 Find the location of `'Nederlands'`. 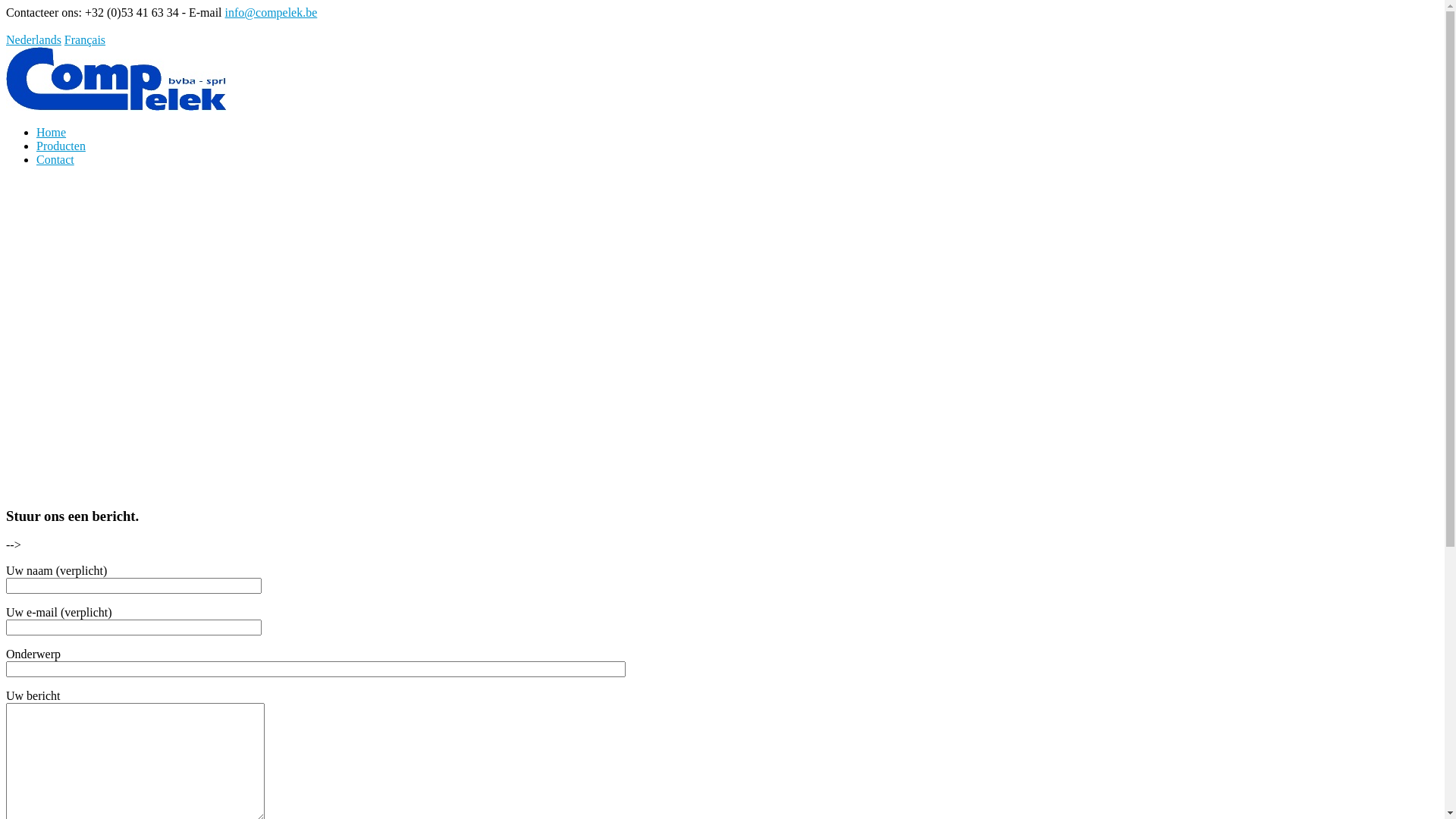

'Nederlands' is located at coordinates (33, 39).